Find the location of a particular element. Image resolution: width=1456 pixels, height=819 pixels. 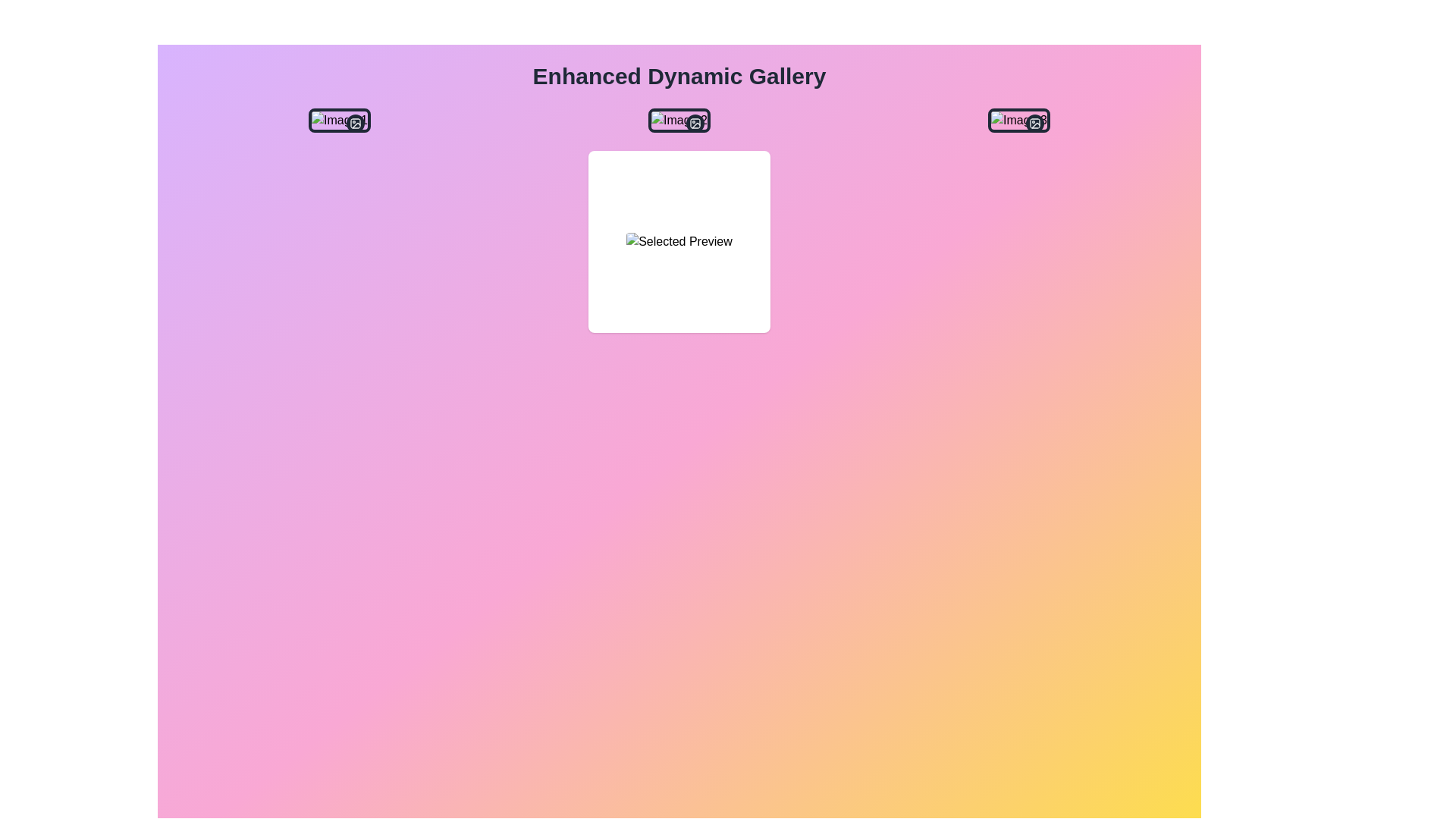

the second thumbnail image in the gallery is located at coordinates (679, 119).